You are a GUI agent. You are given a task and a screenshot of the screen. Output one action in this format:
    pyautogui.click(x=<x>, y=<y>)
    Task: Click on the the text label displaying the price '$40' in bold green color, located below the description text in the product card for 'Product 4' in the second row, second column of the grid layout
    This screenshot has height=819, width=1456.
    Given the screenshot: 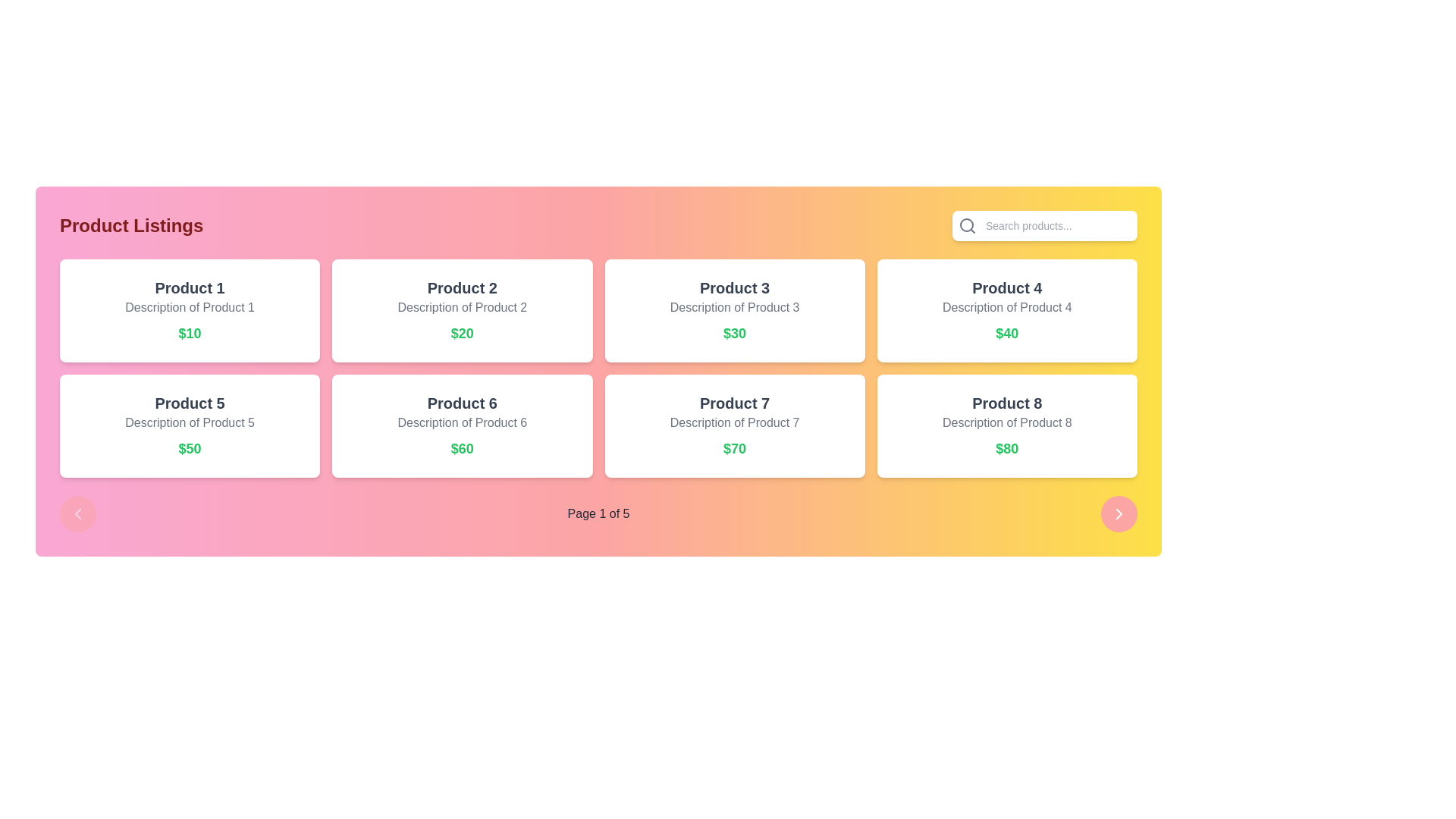 What is the action you would take?
    pyautogui.click(x=1007, y=332)
    